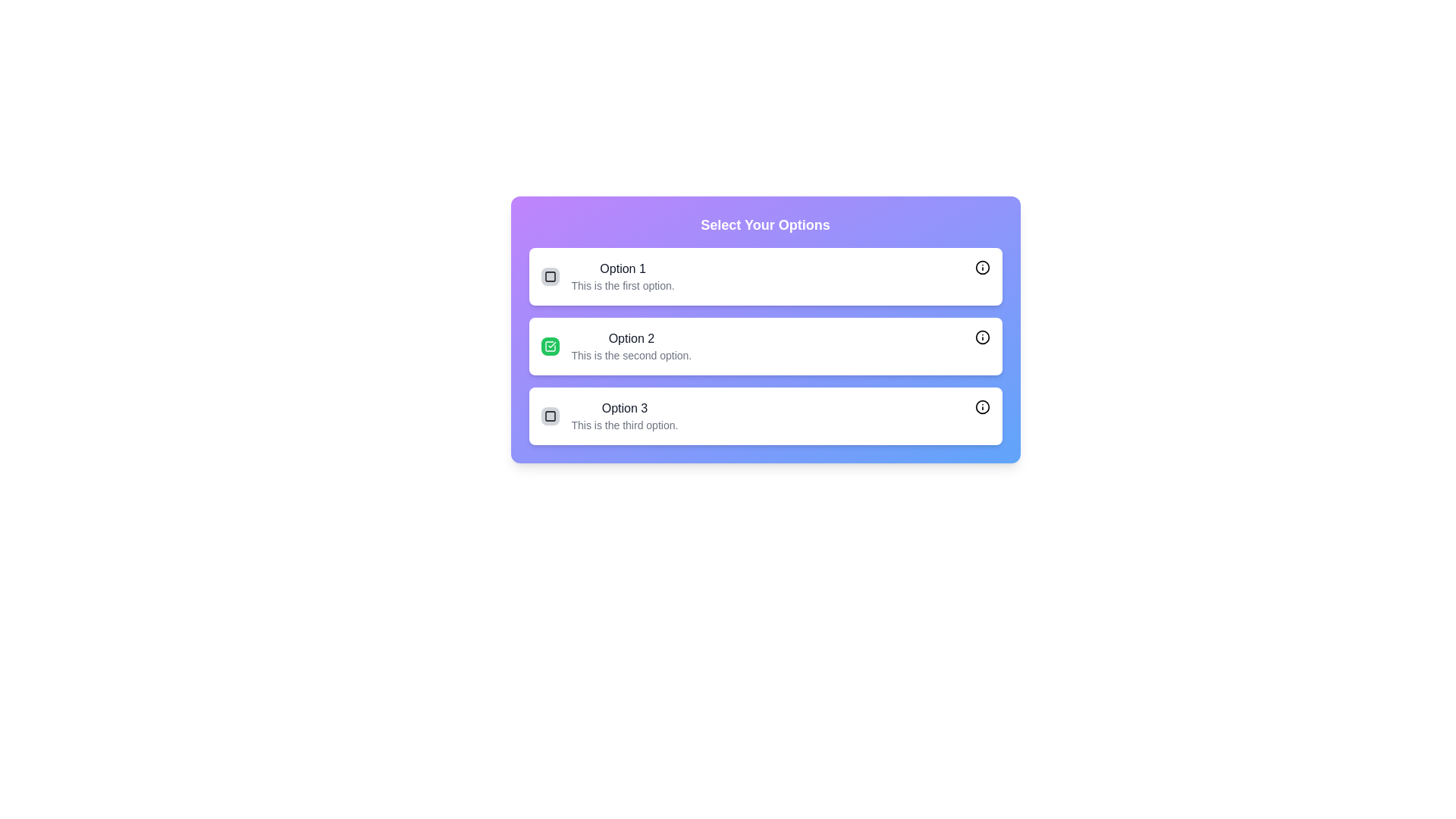 The image size is (1456, 819). I want to click on text label that contains the content 'This is the first option.' which is styled in light gray and located directly below 'Option 1' in the topmost option card, so click(623, 286).